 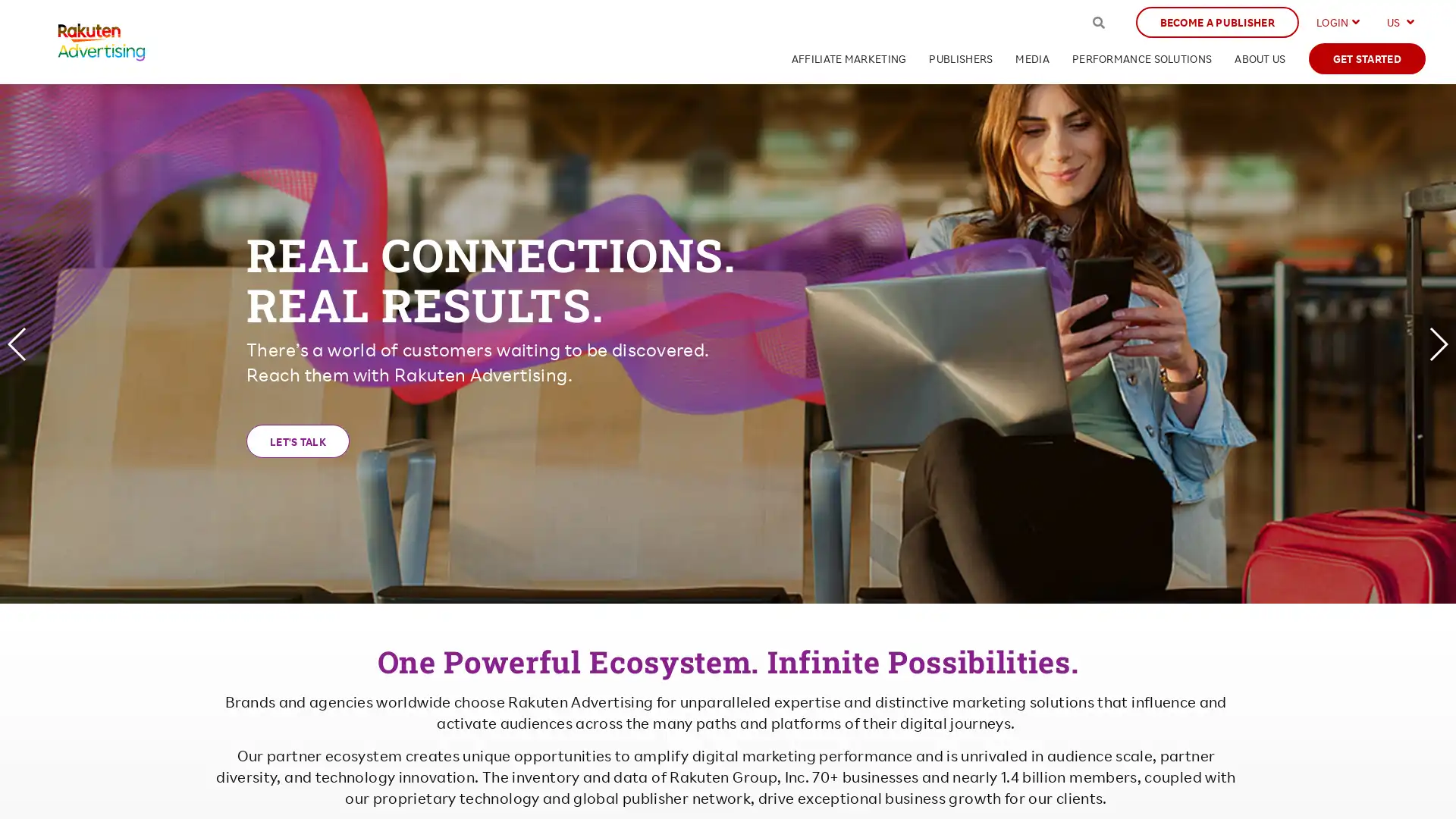 I want to click on Search Submit, so click(x=1098, y=22).